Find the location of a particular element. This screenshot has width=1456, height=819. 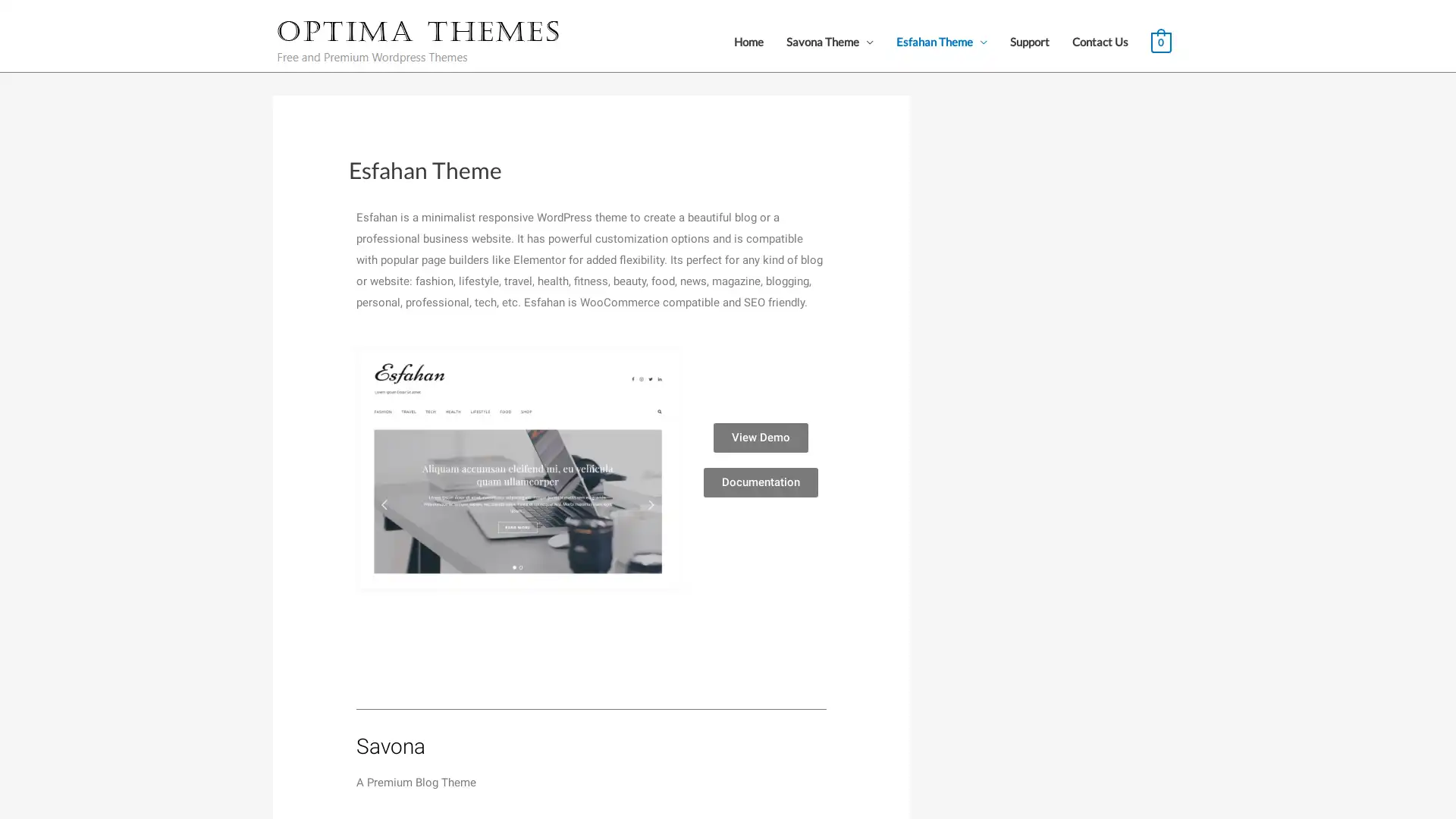

Documentation is located at coordinates (761, 485).